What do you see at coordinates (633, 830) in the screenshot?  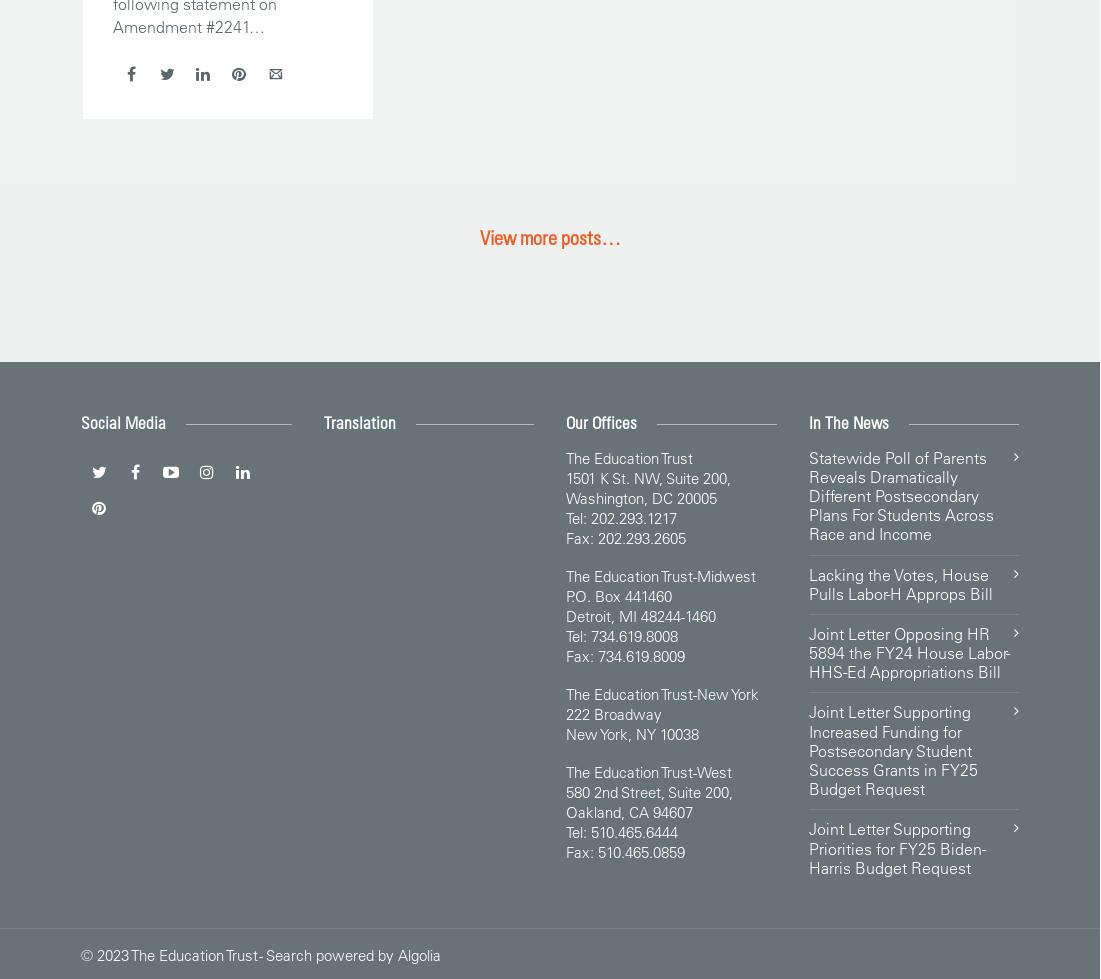 I see `'510.465.6444'` at bounding box center [633, 830].